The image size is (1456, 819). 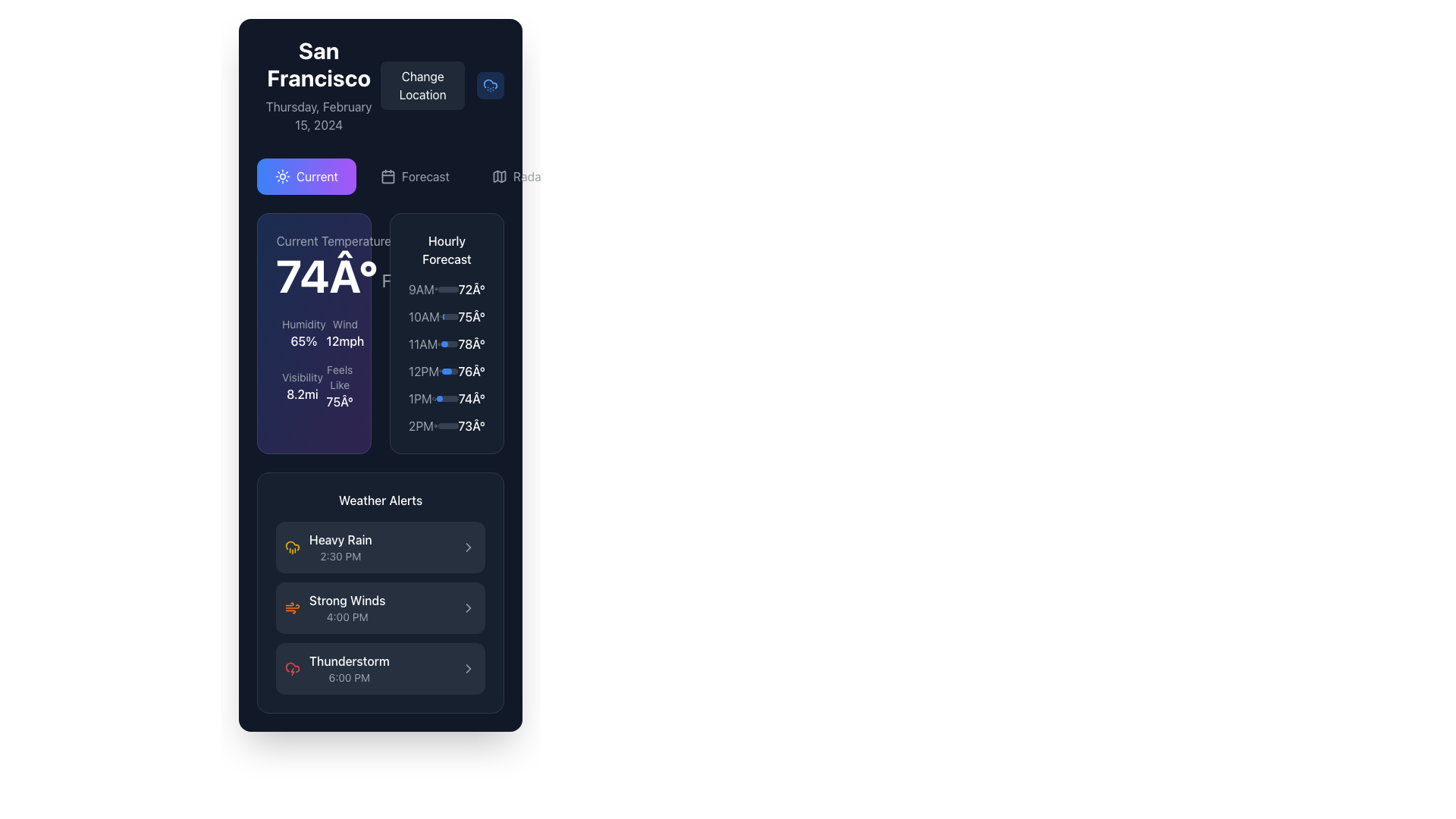 What do you see at coordinates (471, 426) in the screenshot?
I see `value displayed in the temperature Text Label showing '73°' in bold white text, located at the bottom of the 'Hourly Forecast' section` at bounding box center [471, 426].